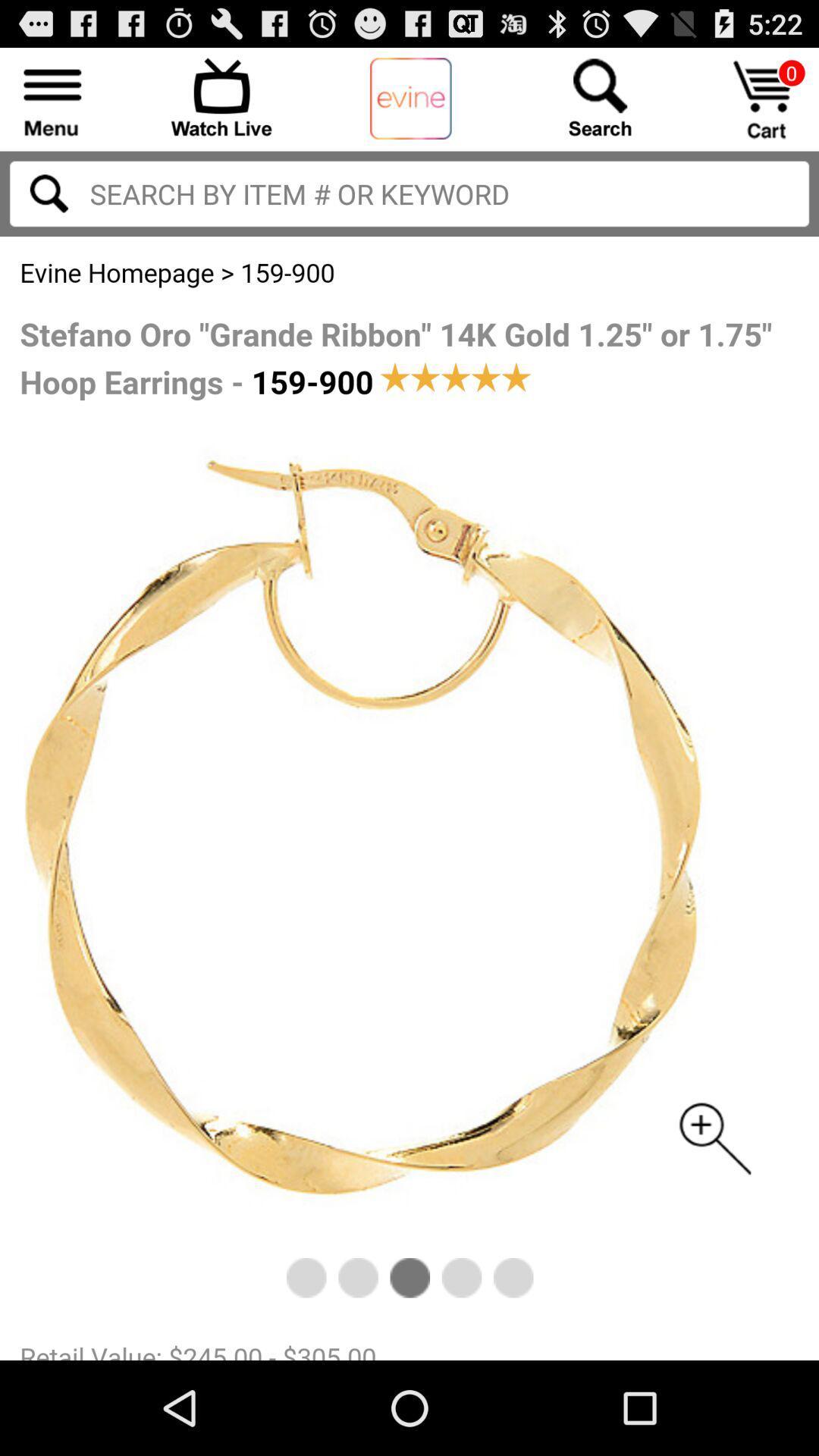 The height and width of the screenshot is (1456, 819). What do you see at coordinates (409, 193) in the screenshot?
I see `search` at bounding box center [409, 193].